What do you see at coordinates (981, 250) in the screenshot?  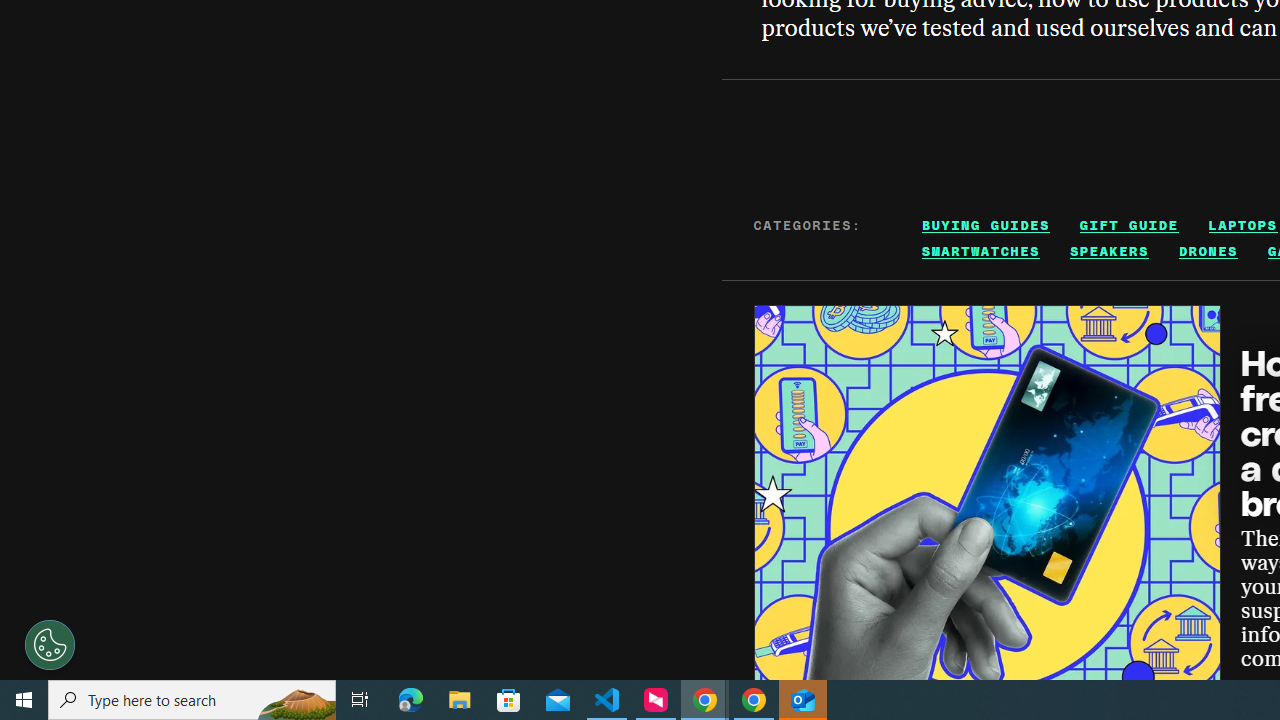 I see `'SMARTWATCHES'` at bounding box center [981, 250].